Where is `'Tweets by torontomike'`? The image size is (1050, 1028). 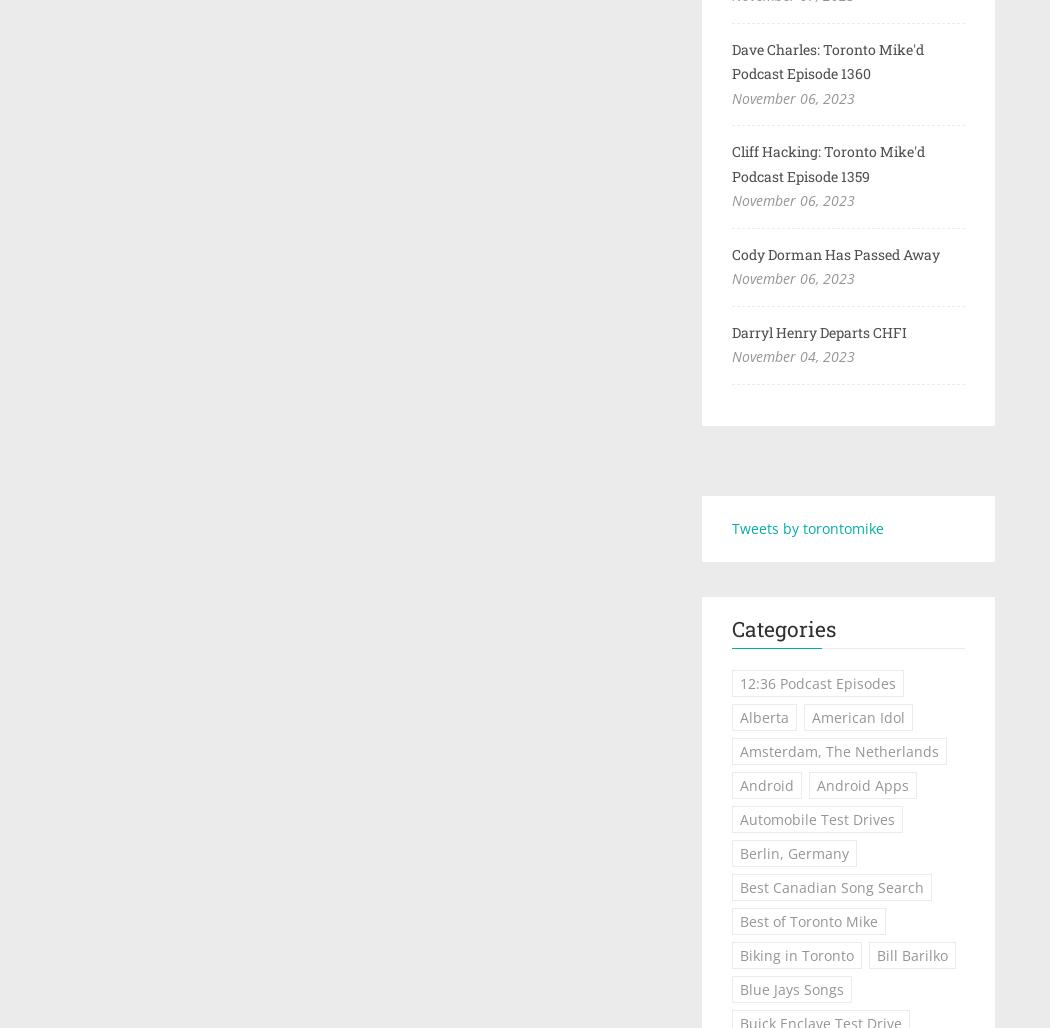
'Tweets by torontomike' is located at coordinates (806, 527).